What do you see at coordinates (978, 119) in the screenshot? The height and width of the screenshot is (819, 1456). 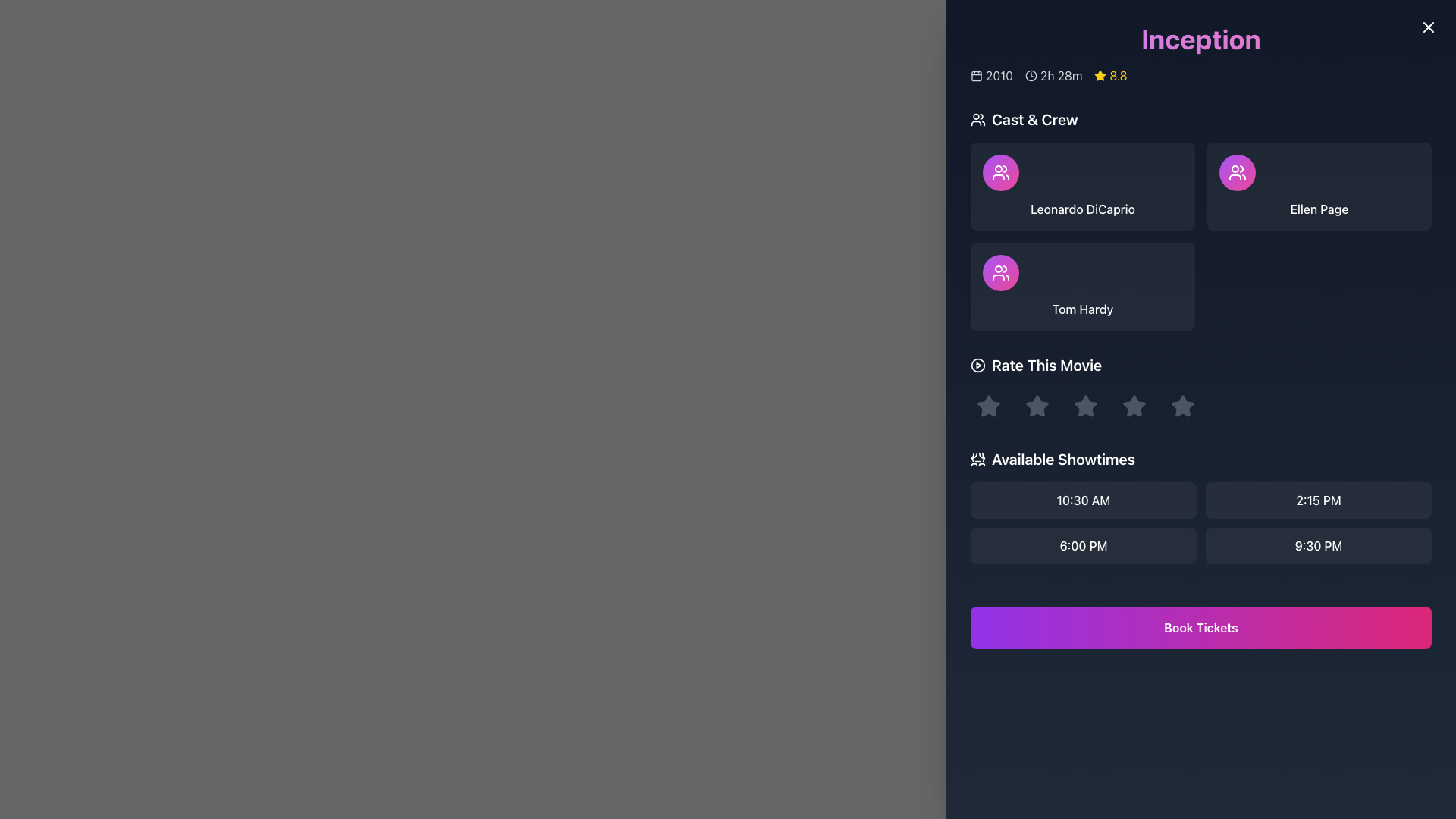 I see `the 'Cast & Crew' icon located in the header section, which visually represents the section's purpose and is positioned to the left of the 'Cast & Crew' title text` at bounding box center [978, 119].